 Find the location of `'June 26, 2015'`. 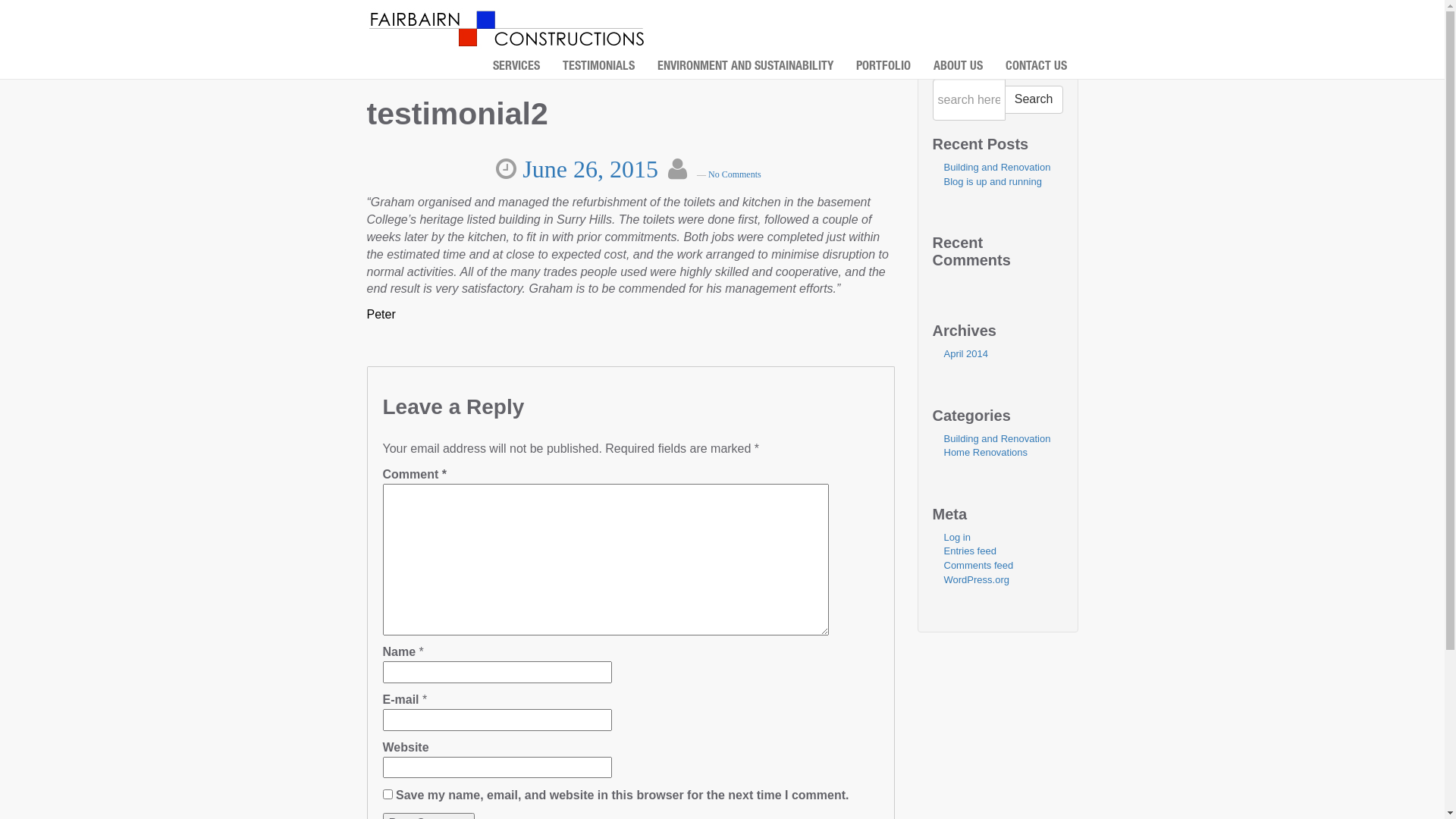

'June 26, 2015' is located at coordinates (591, 169).